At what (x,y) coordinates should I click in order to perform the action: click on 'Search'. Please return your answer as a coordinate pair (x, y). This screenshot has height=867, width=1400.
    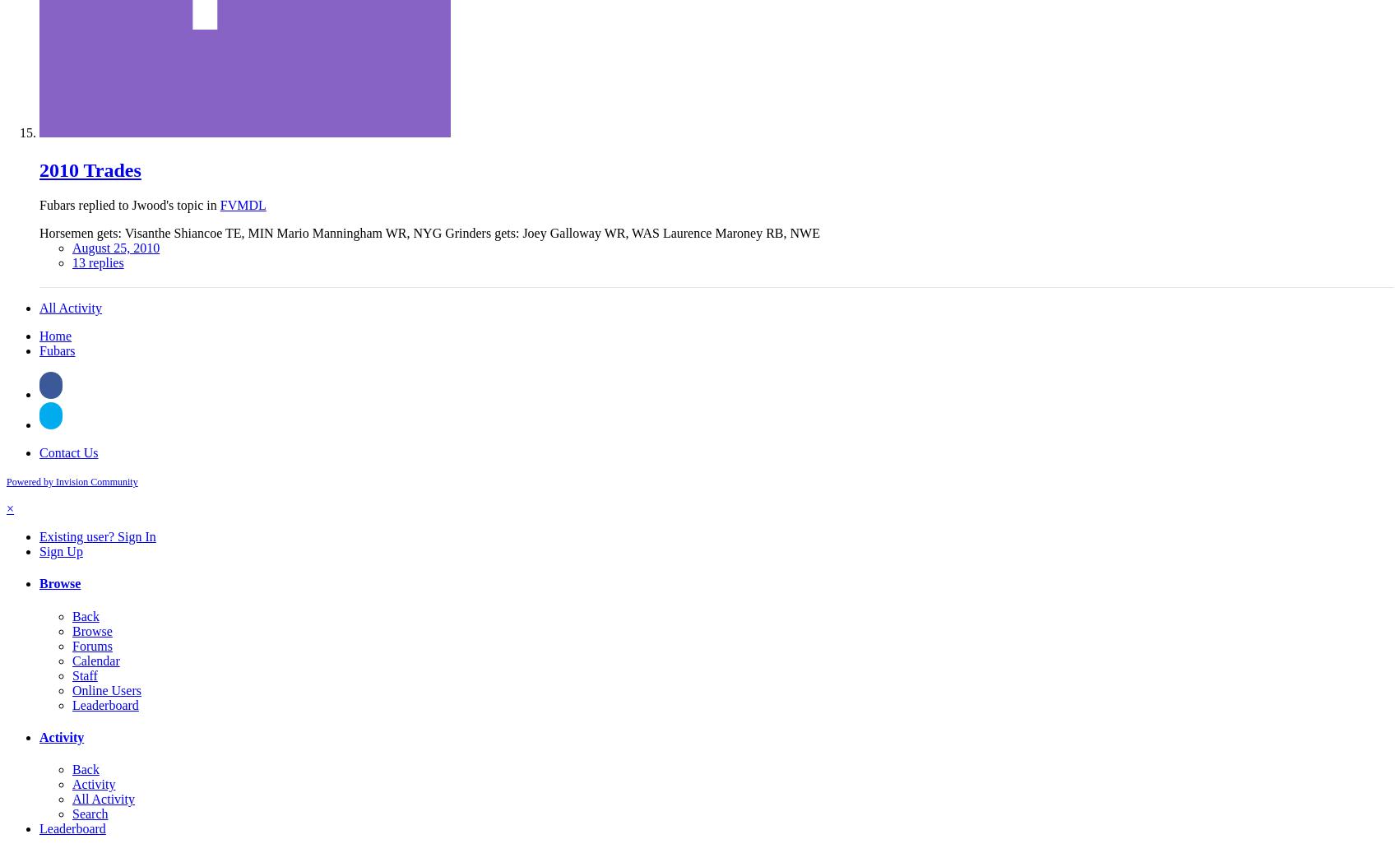
    Looking at the image, I should click on (90, 814).